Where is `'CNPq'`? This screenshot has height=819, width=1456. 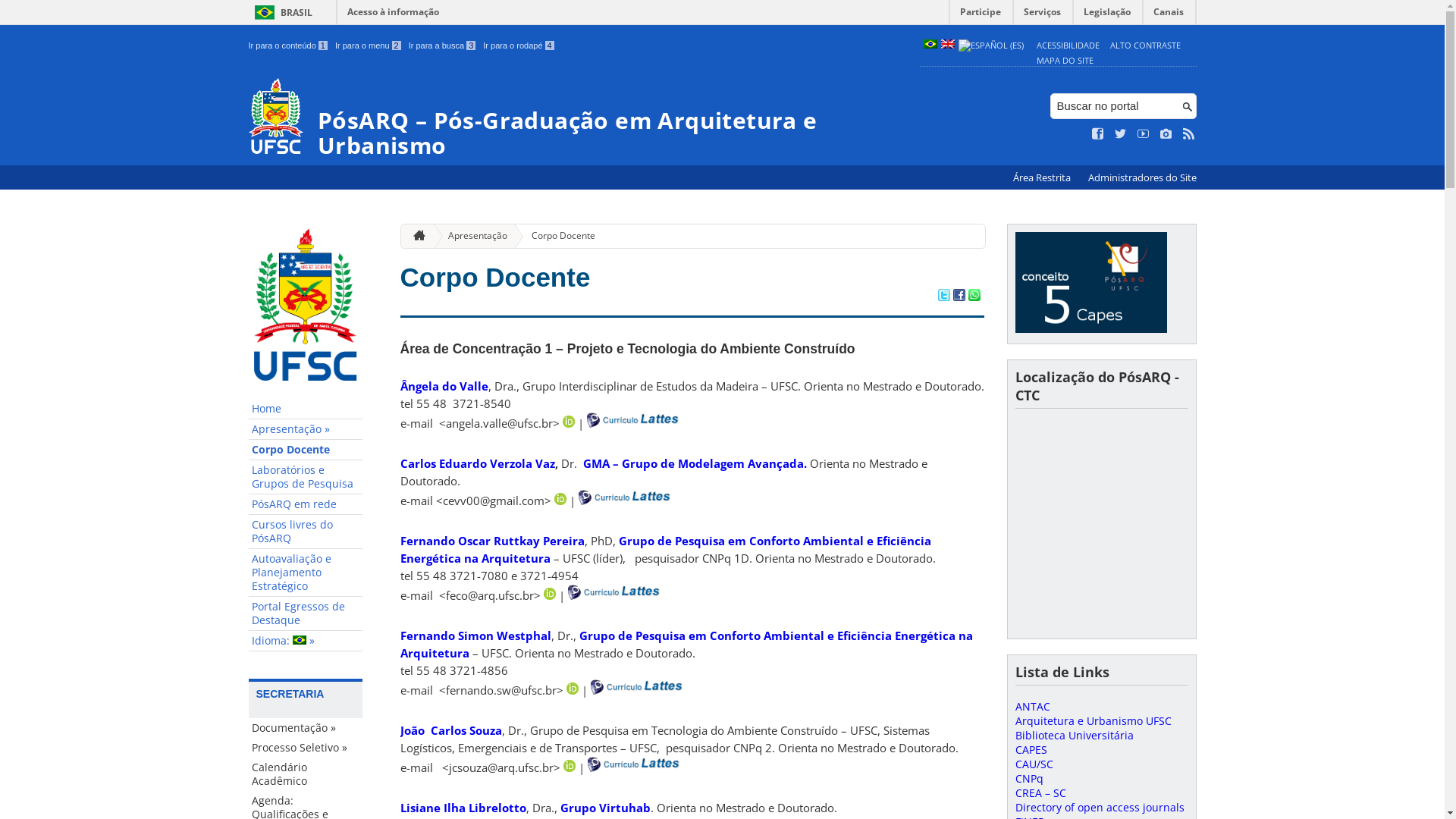 'CNPq' is located at coordinates (1028, 778).